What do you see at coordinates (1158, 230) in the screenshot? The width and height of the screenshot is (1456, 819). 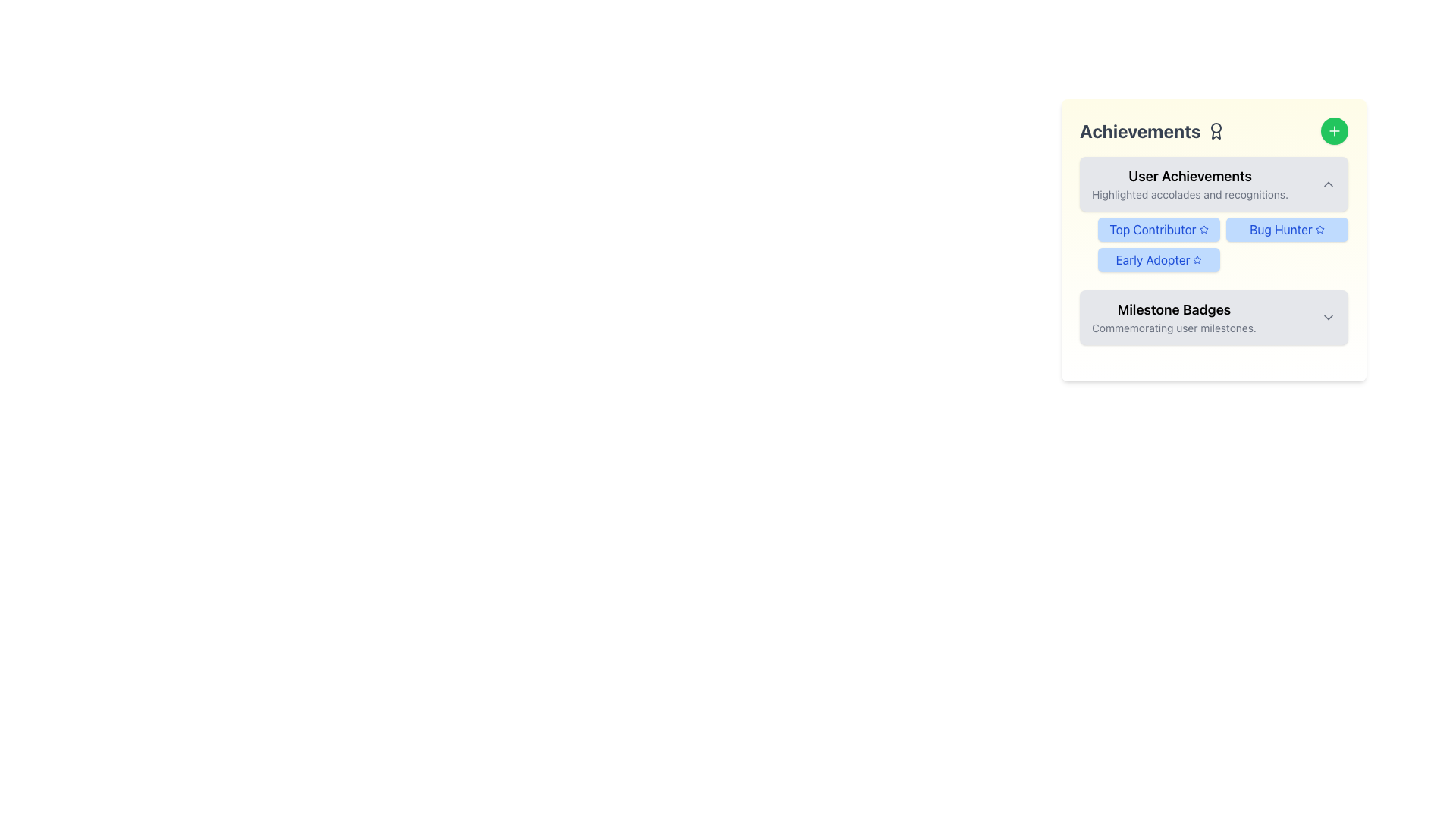 I see `the Decorative Badge that has a light blue background, rounded corners, and contains the text 'Top Contributor' with a blue star icon, located in the 'User Achievements' section of the 'Achievements' panel` at bounding box center [1158, 230].